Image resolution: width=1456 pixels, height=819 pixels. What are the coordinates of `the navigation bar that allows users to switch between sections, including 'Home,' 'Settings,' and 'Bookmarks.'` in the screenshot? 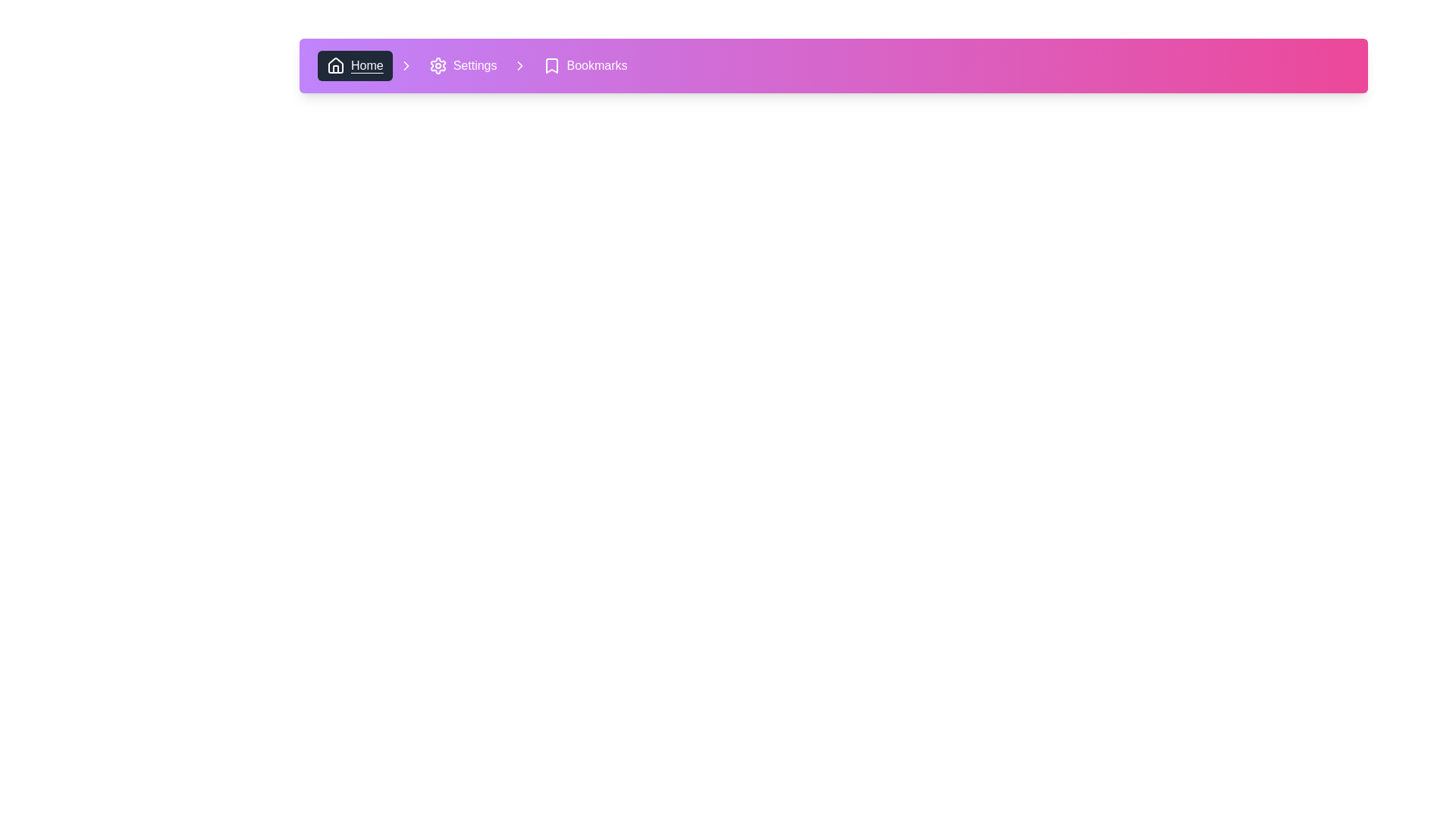 It's located at (476, 65).